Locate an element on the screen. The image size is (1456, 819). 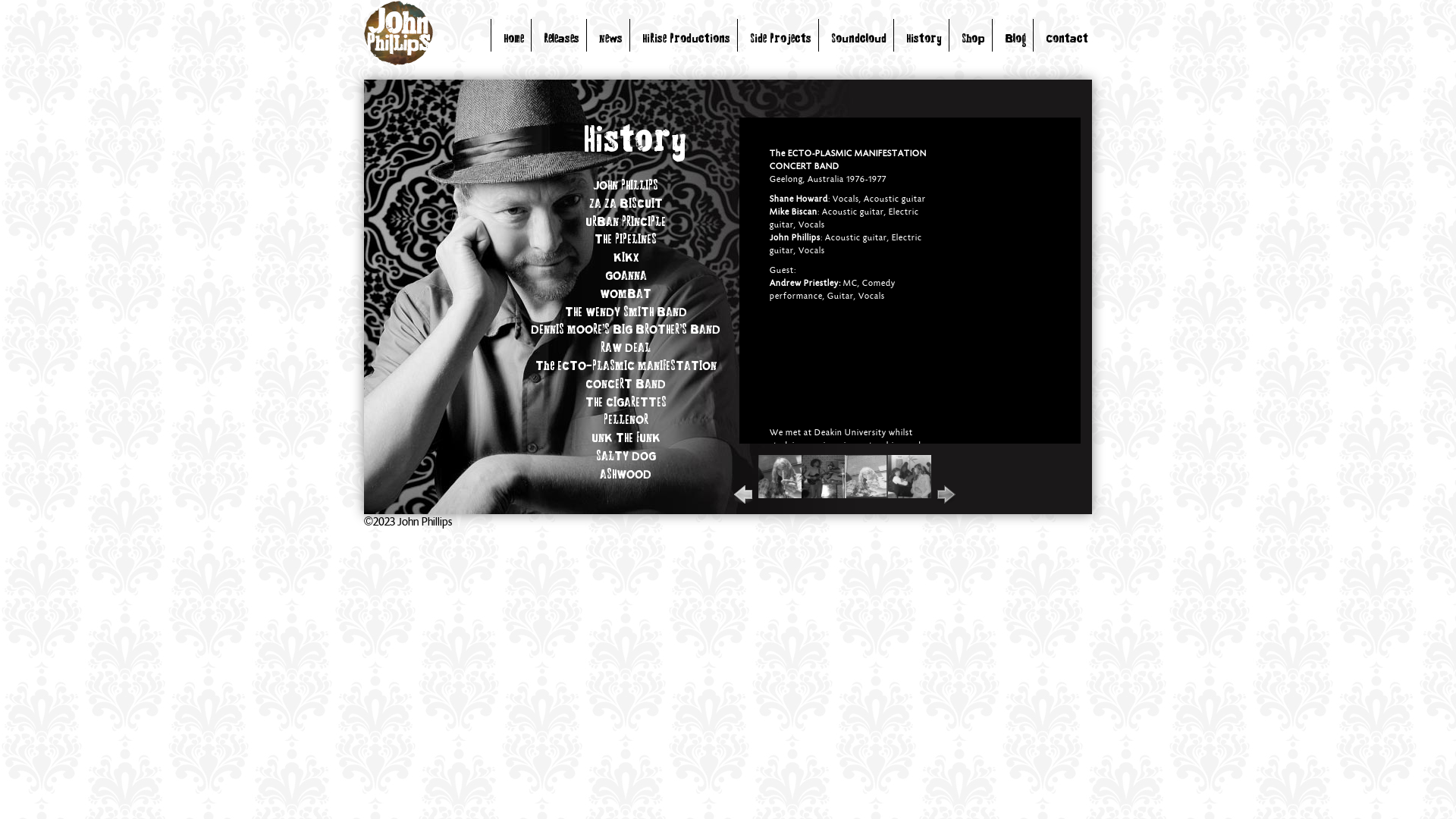
'Side Projects' is located at coordinates (780, 39).